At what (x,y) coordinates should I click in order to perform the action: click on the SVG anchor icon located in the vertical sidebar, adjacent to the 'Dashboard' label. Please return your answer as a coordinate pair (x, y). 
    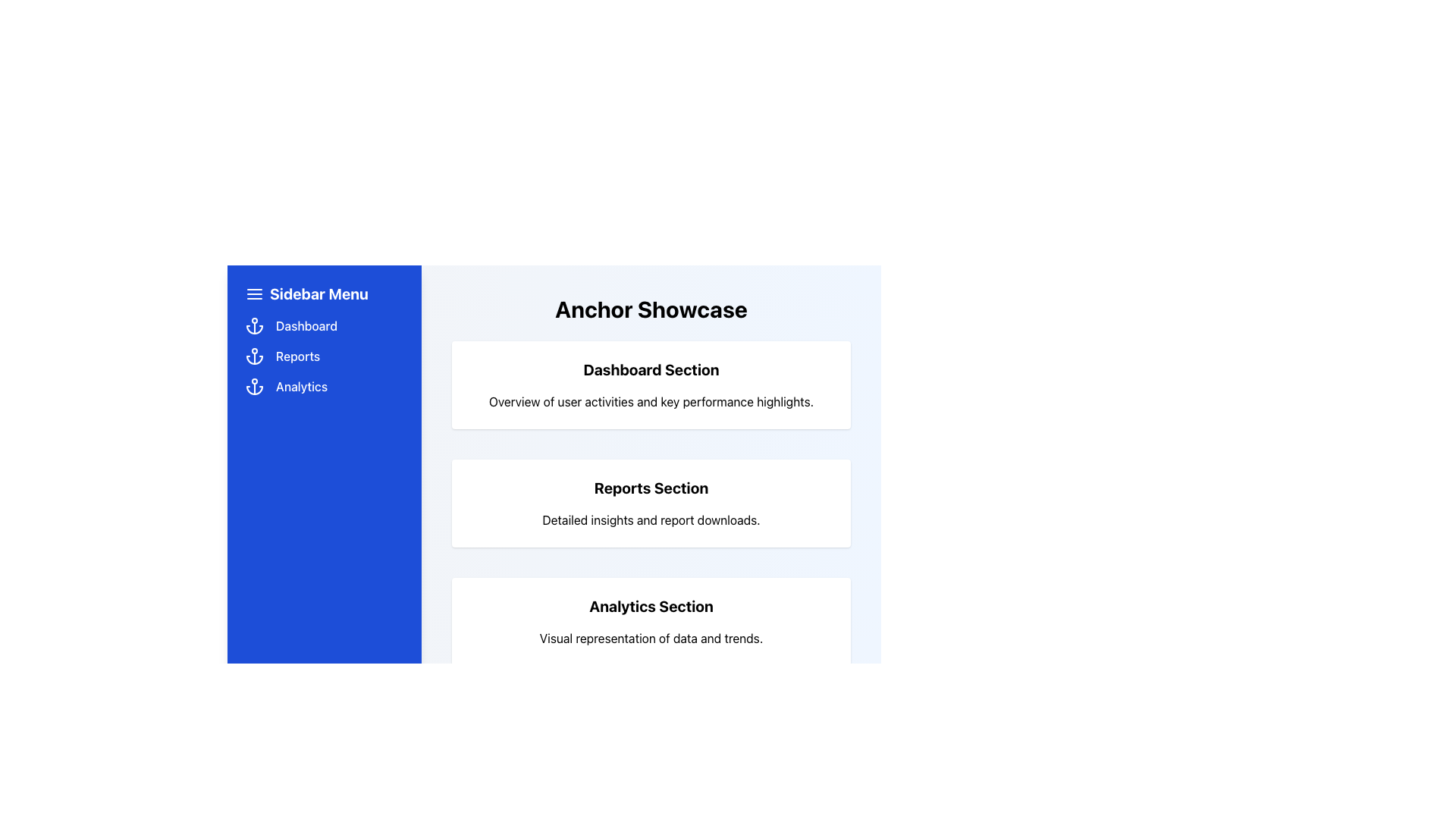
    Looking at the image, I should click on (255, 325).